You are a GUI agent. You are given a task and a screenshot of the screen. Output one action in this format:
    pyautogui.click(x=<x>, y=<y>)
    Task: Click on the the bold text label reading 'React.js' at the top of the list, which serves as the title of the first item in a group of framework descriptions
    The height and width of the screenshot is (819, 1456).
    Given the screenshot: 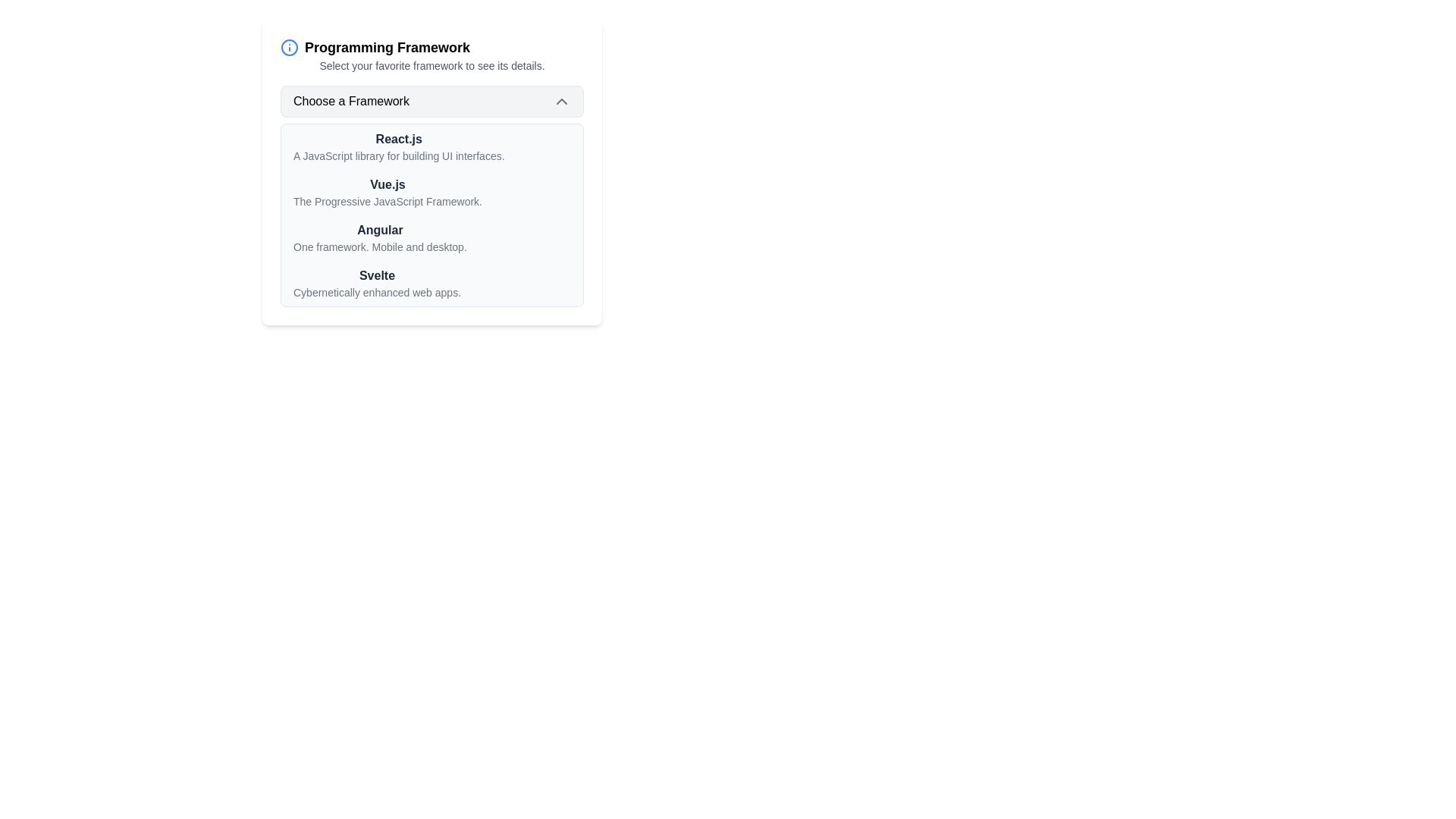 What is the action you would take?
    pyautogui.click(x=399, y=140)
    